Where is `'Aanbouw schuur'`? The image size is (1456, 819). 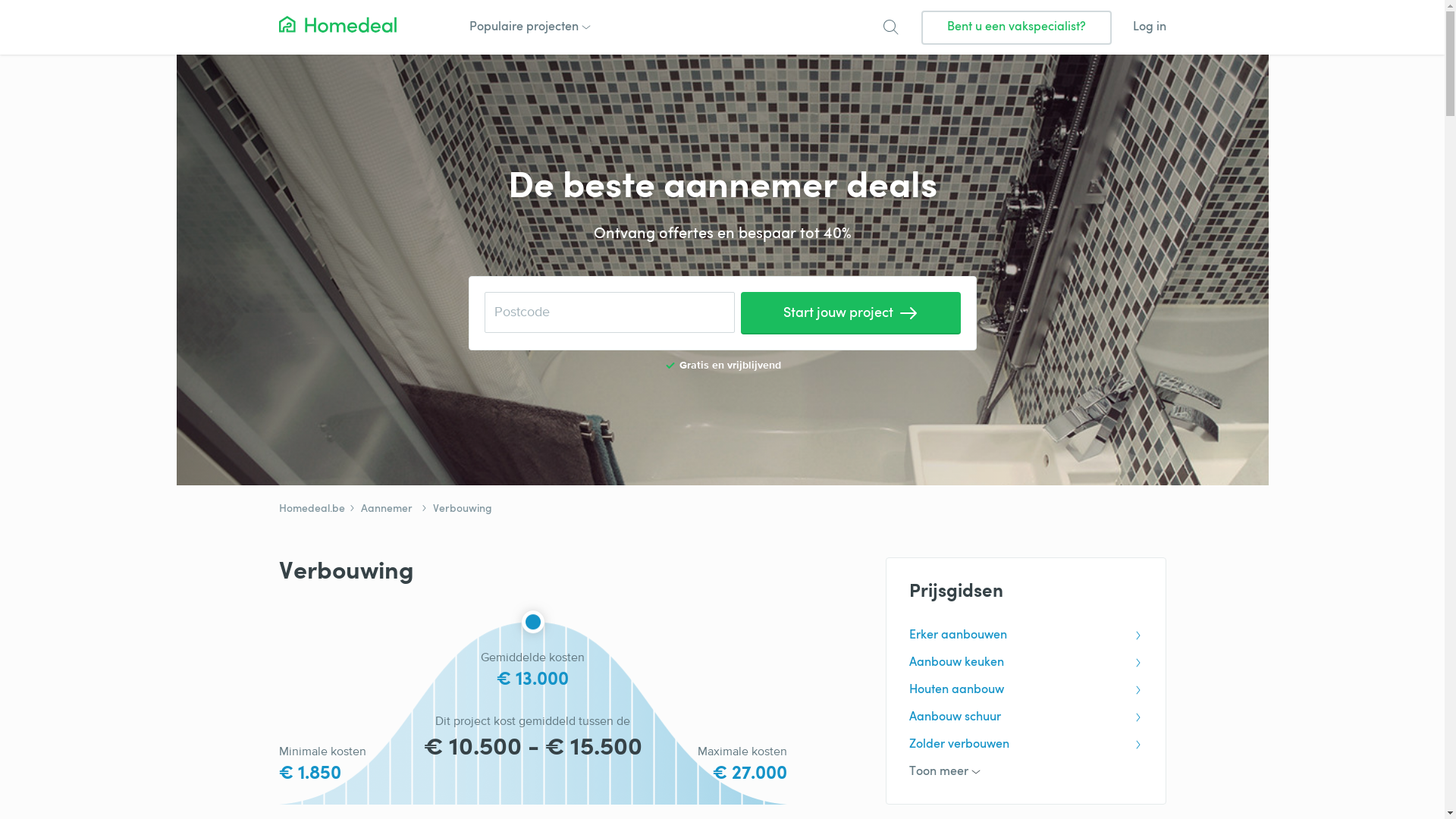
'Aanbouw schuur' is located at coordinates (1025, 717).